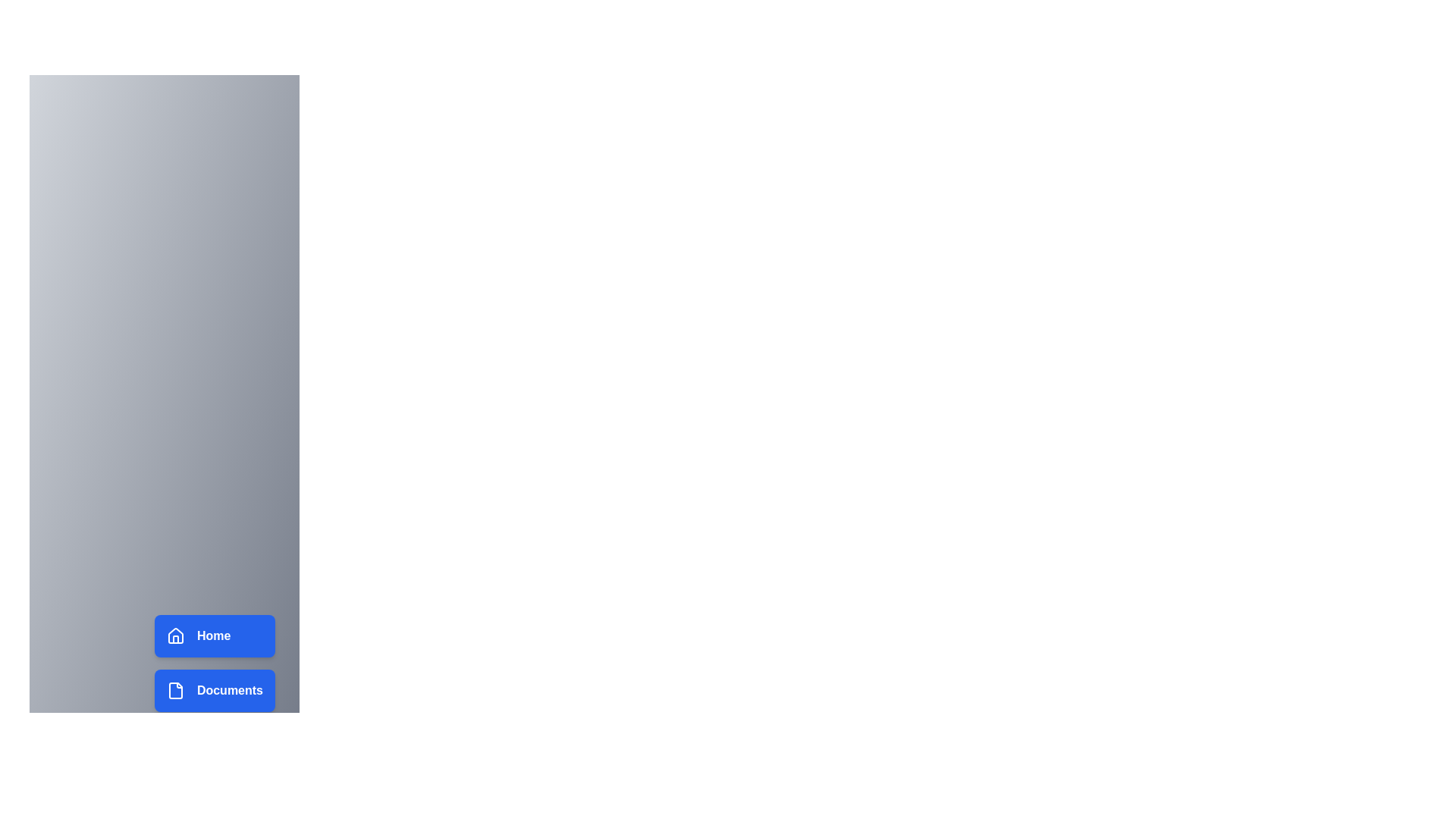  What do you see at coordinates (175, 635) in the screenshot?
I see `the 'Home' button containing the house-shaped icon to trigger navigation` at bounding box center [175, 635].